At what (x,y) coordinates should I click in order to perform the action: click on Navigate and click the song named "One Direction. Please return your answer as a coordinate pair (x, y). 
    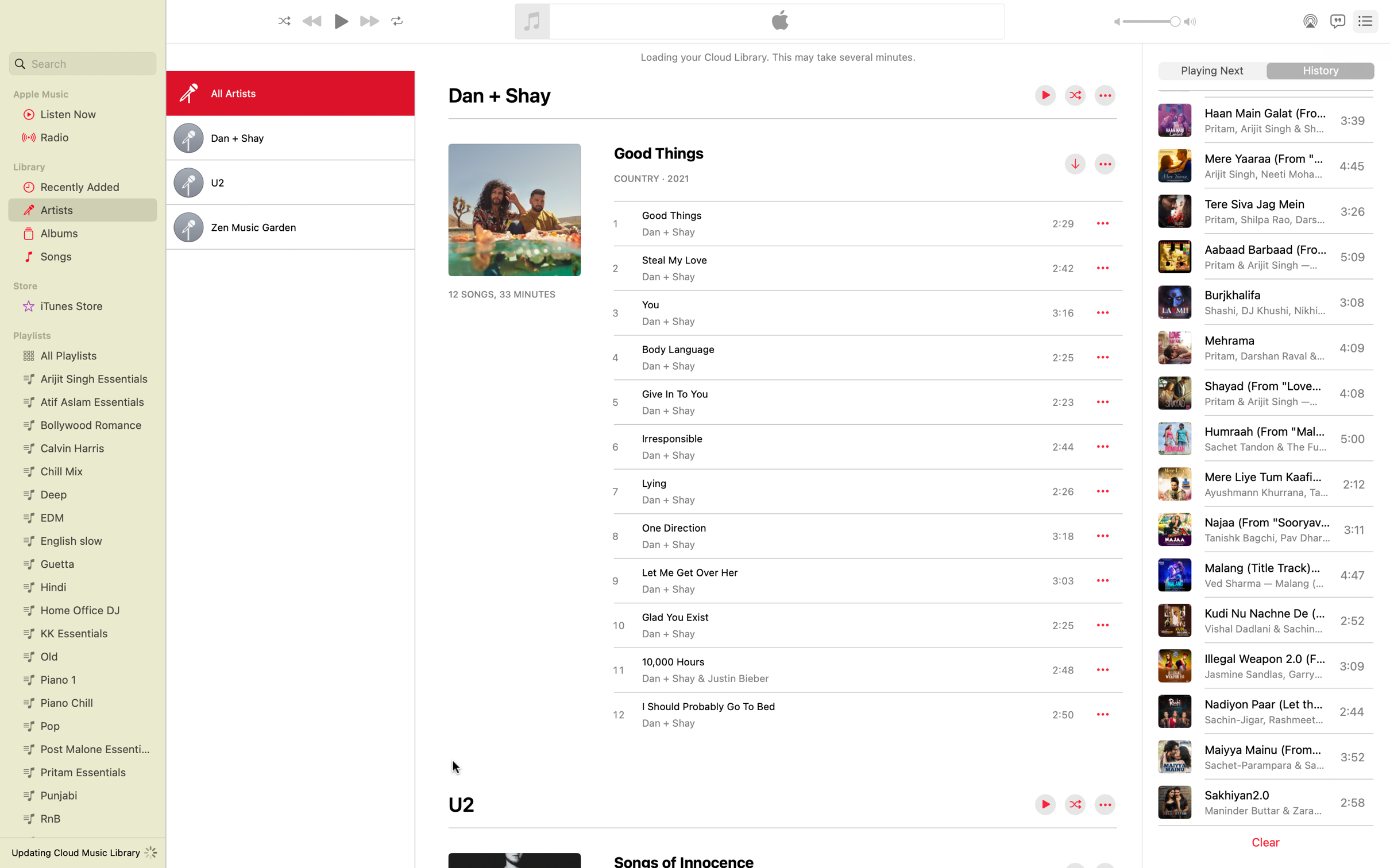
    Looking at the image, I should click on (842, 534).